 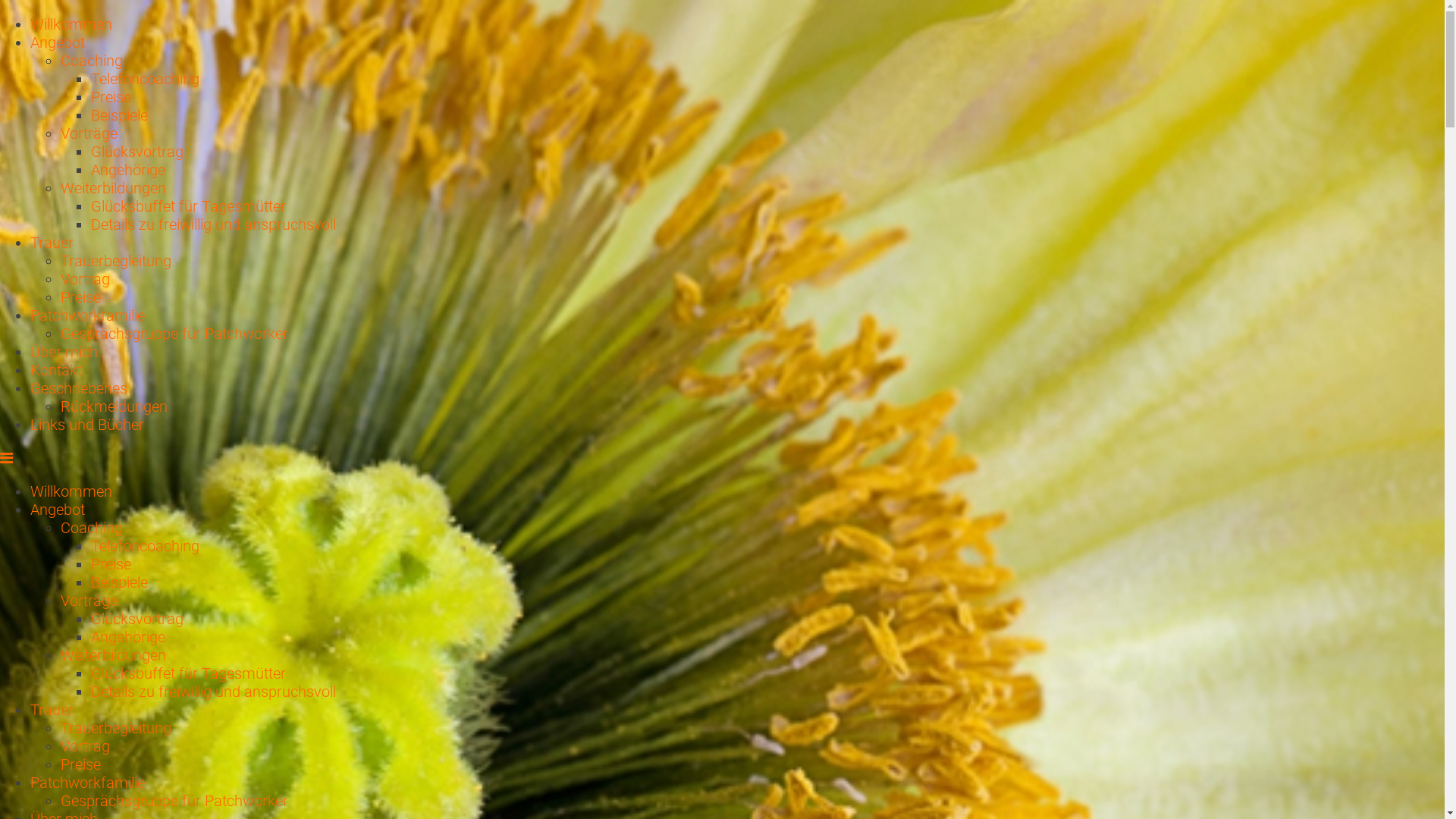 What do you see at coordinates (118, 581) in the screenshot?
I see `'Beispiele'` at bounding box center [118, 581].